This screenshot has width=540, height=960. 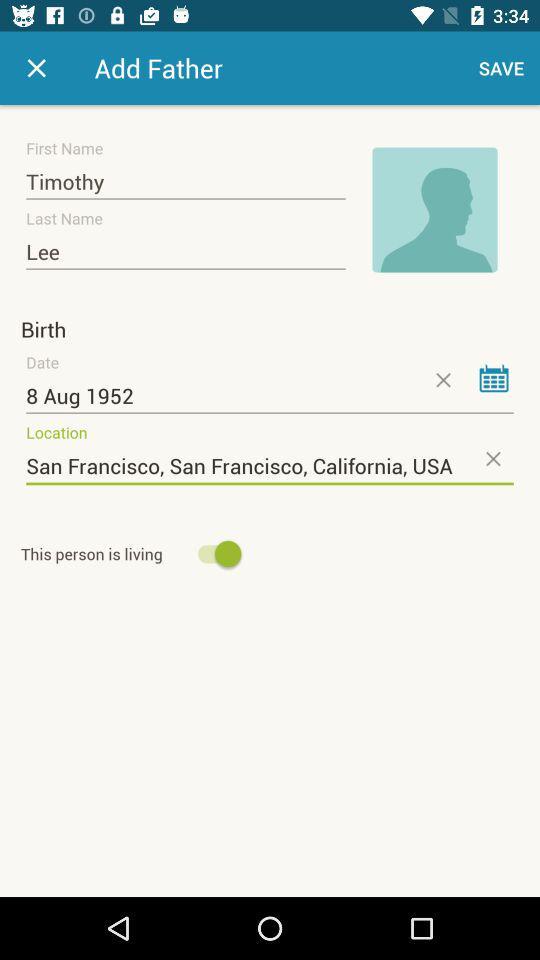 I want to click on icon to the right of the timothy item, so click(x=434, y=210).